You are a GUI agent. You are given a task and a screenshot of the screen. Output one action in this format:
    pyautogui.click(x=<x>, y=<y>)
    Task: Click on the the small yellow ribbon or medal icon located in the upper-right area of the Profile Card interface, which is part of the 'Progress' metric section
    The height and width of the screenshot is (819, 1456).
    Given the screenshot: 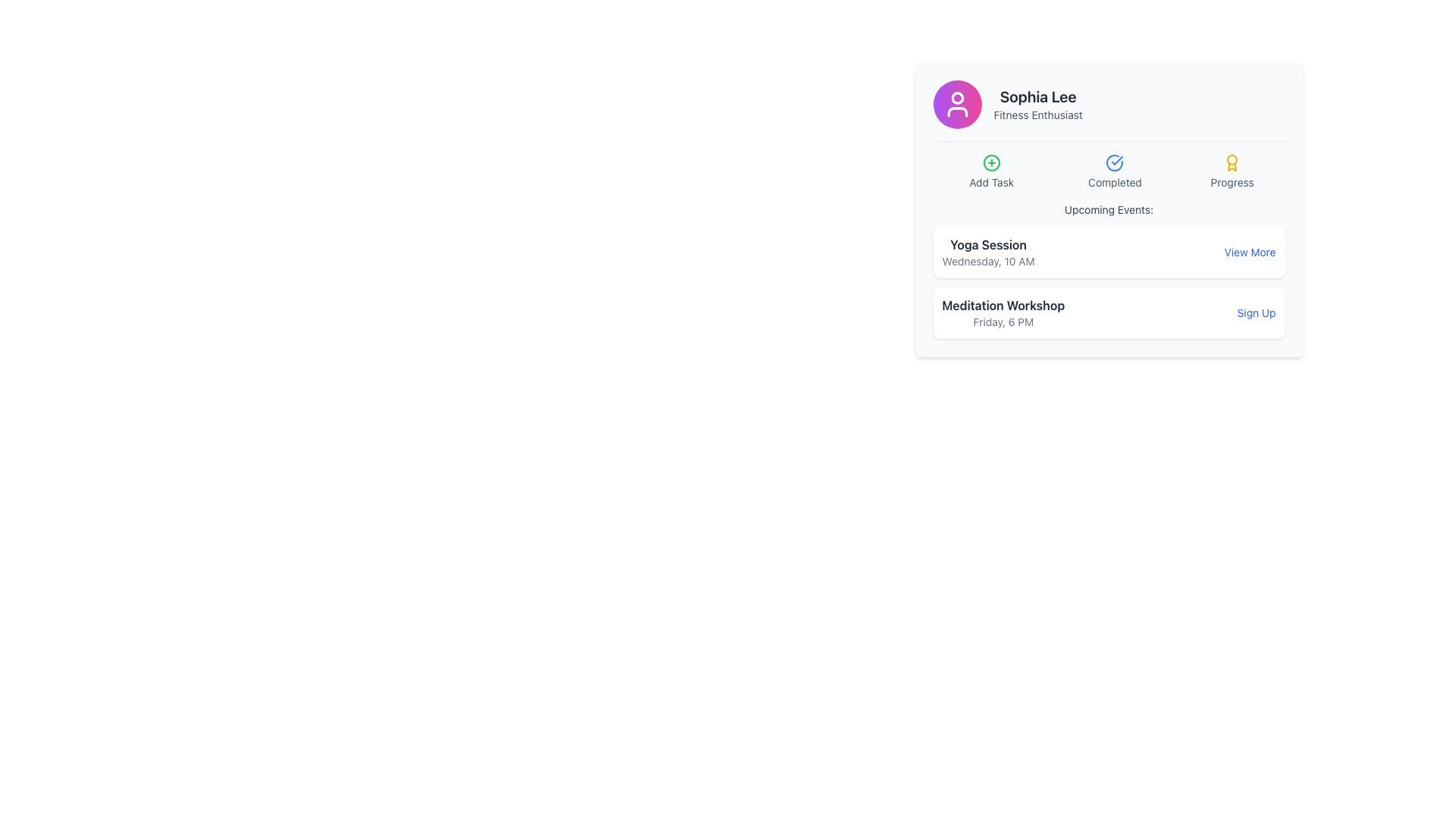 What is the action you would take?
    pyautogui.click(x=1232, y=167)
    